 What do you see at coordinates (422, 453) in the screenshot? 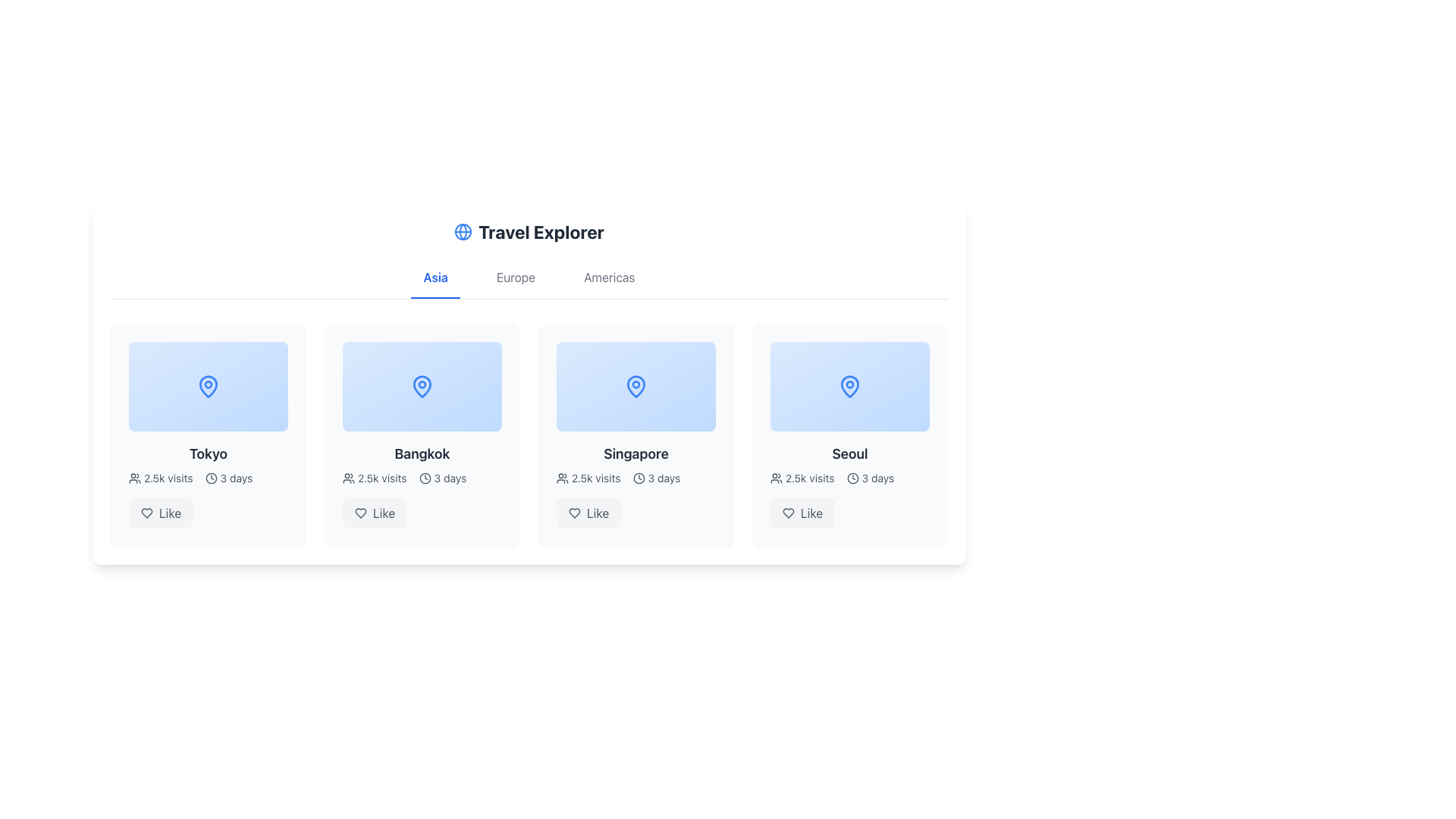
I see `the text label identifying the travel destination 'Bangkok', which is located in the grid layout under a blue rectangular image with a pin icon` at bounding box center [422, 453].